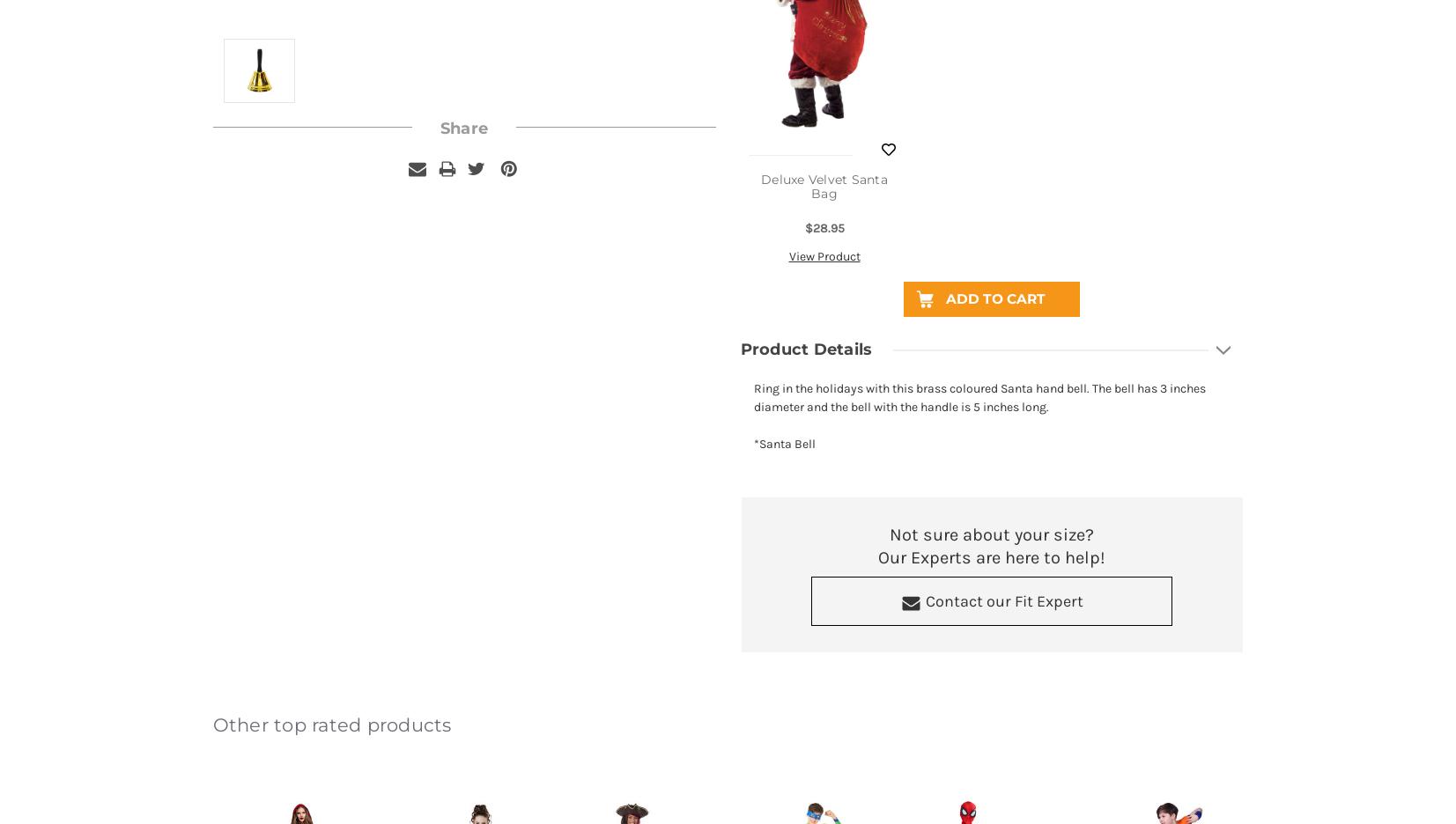 The image size is (1456, 824). Describe the element at coordinates (1002, 600) in the screenshot. I see `'Contact our Fit Expert'` at that location.